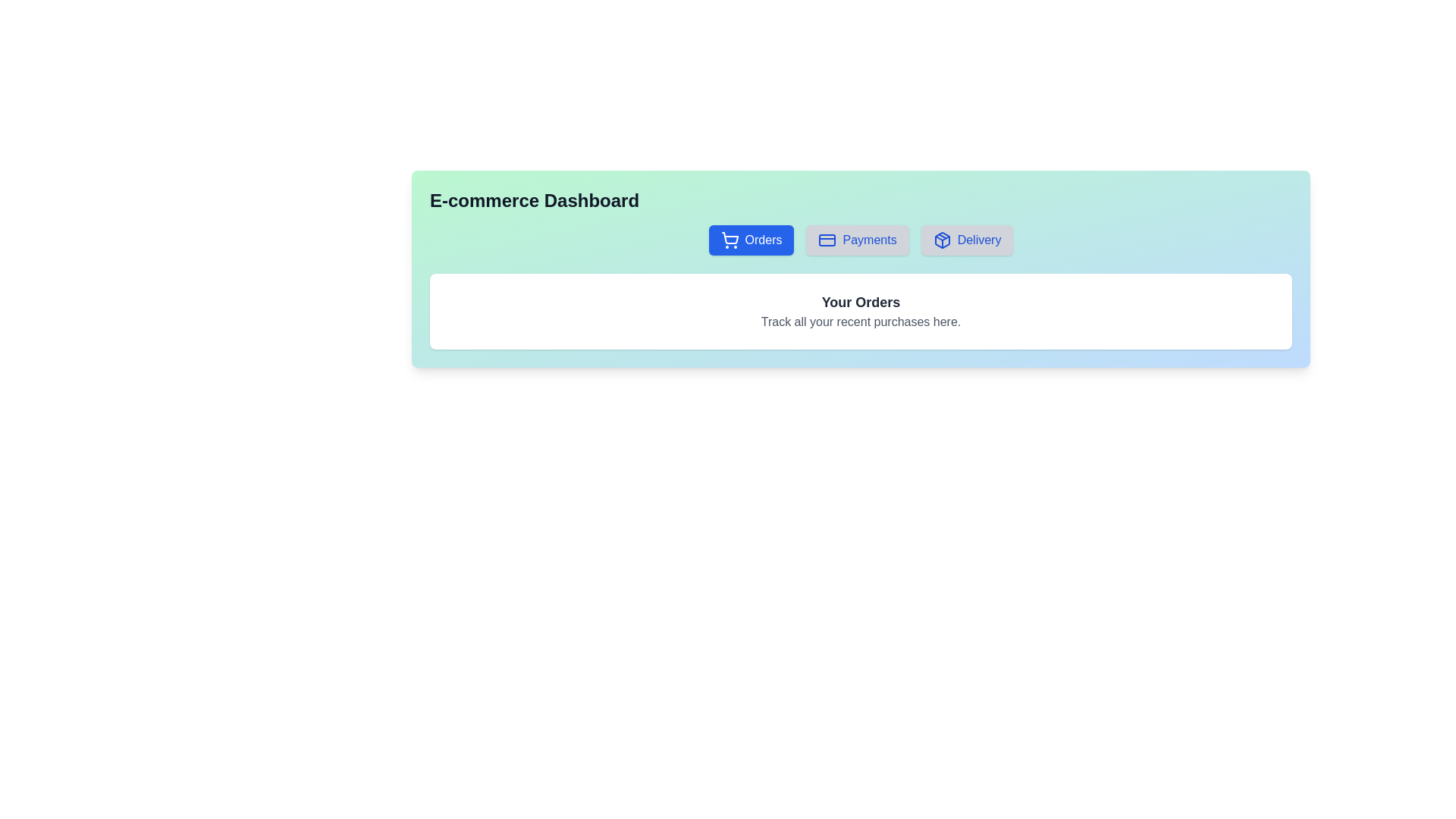  Describe the element at coordinates (730, 238) in the screenshot. I see `the shopping cart icon within the 'Orders' button in the header area of the interface` at that location.